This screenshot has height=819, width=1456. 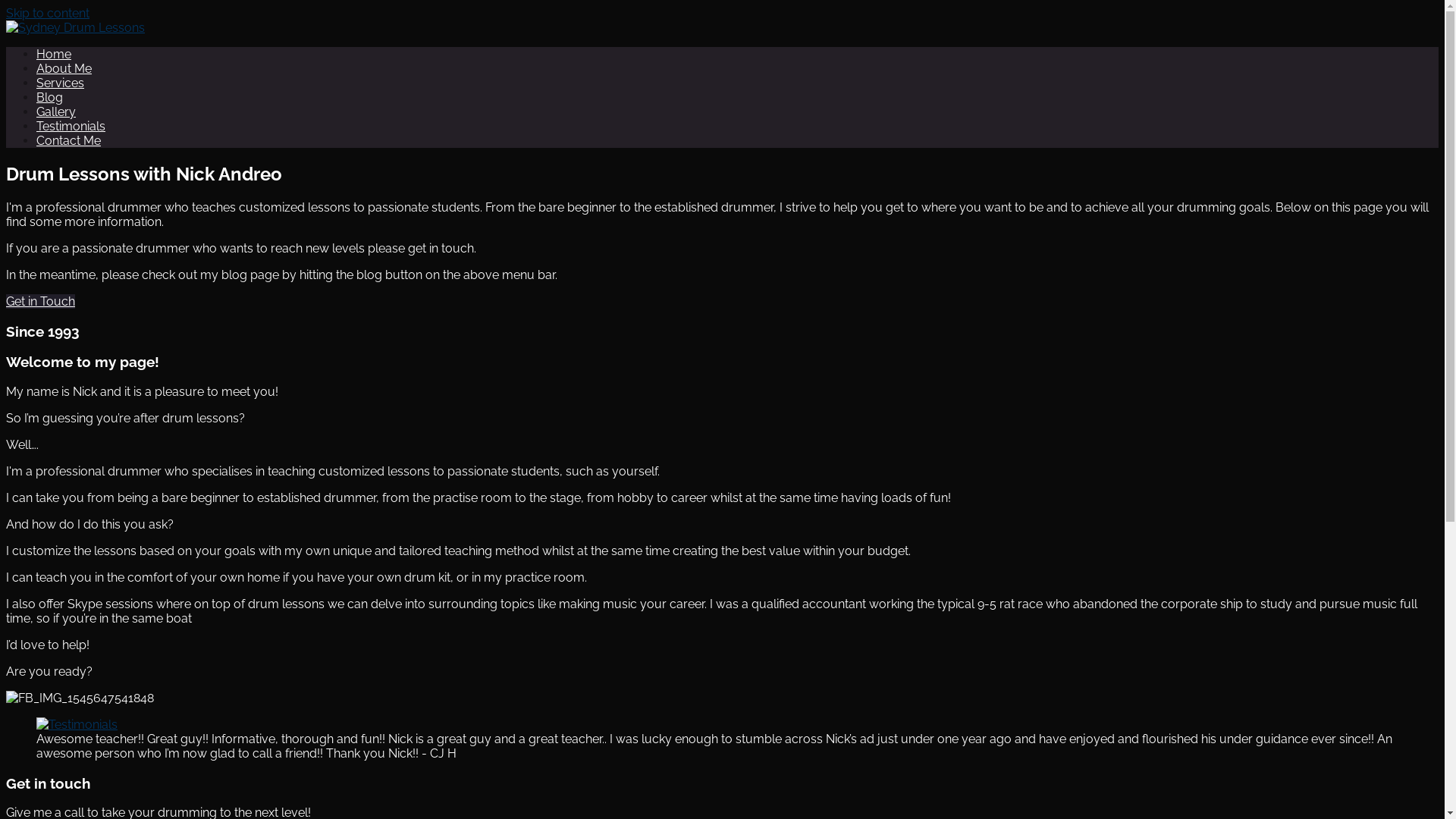 I want to click on 'Testimonials', so click(x=76, y=723).